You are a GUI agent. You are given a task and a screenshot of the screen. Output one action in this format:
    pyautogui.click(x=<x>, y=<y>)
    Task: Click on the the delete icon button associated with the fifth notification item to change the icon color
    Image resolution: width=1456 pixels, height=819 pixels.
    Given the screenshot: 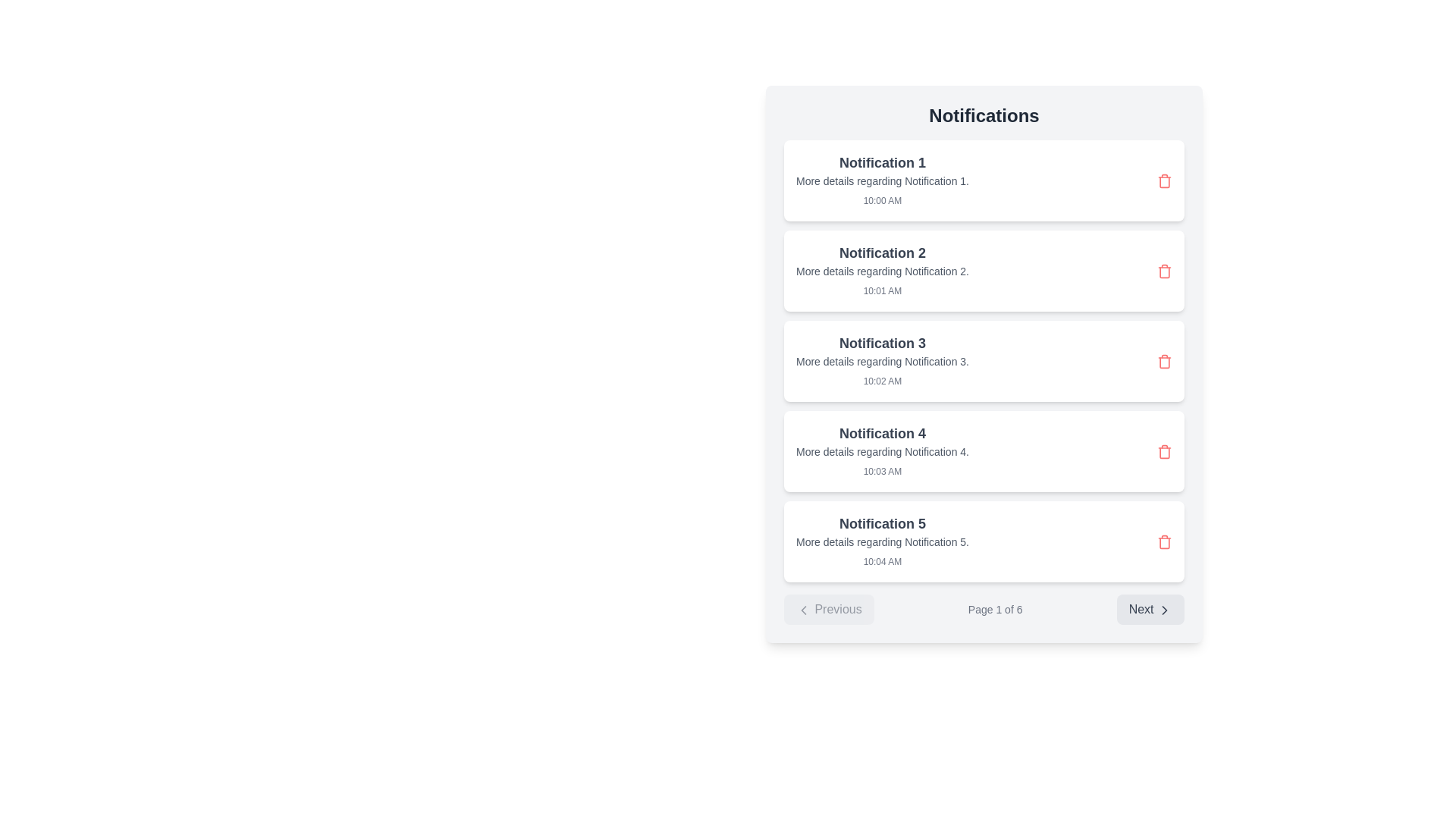 What is the action you would take?
    pyautogui.click(x=1164, y=540)
    